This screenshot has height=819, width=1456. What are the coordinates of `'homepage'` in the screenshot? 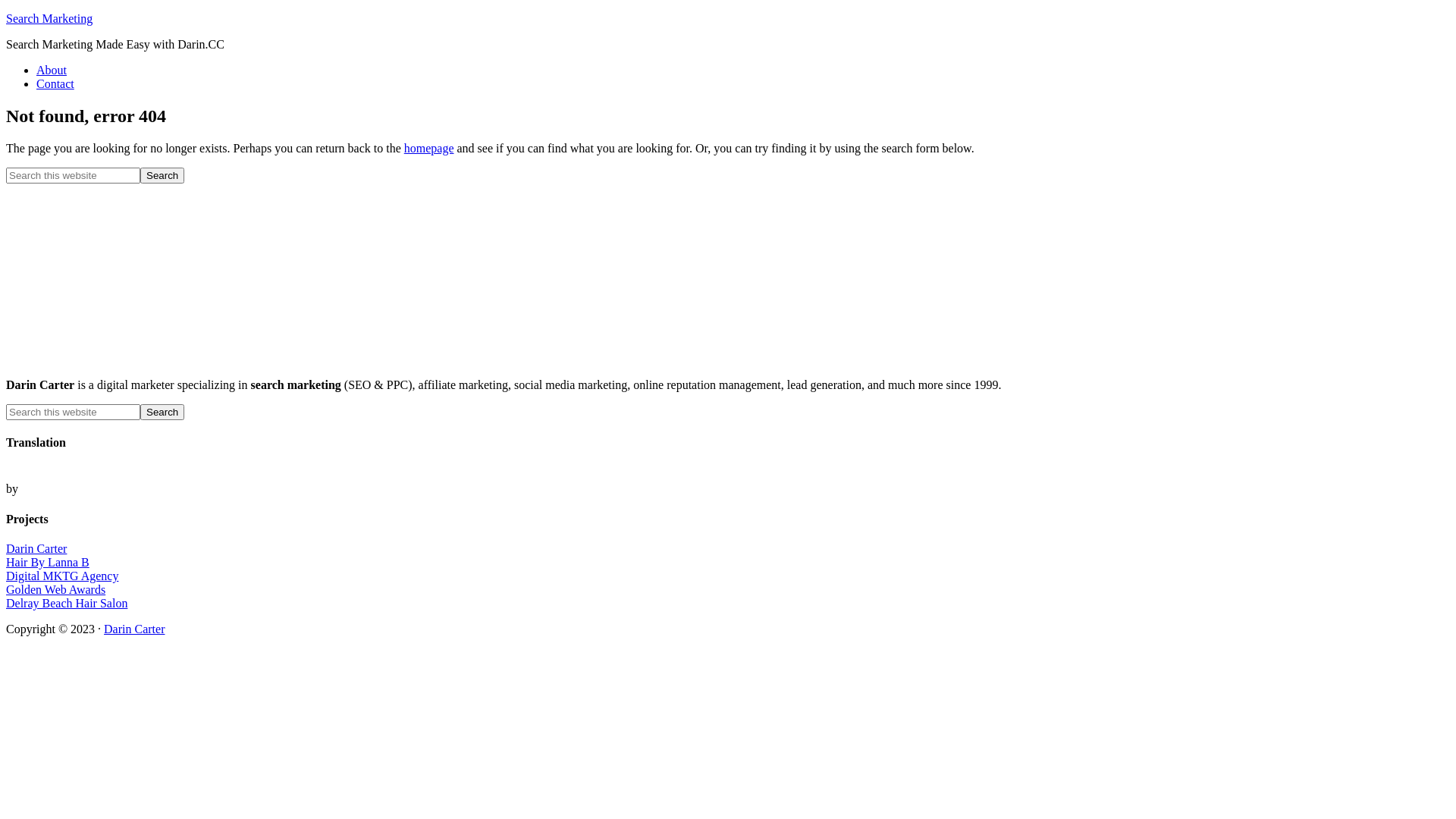 It's located at (428, 148).